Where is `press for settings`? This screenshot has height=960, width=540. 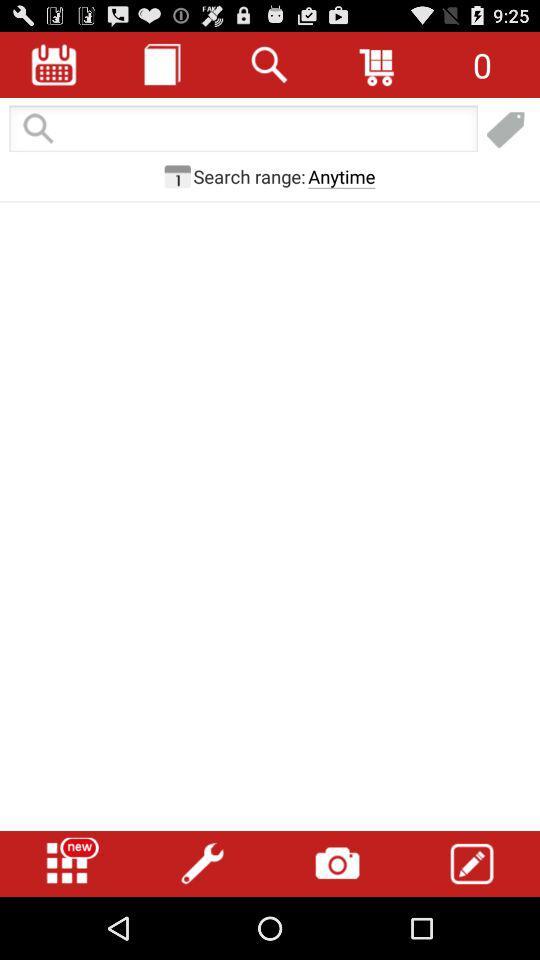
press for settings is located at coordinates (202, 863).